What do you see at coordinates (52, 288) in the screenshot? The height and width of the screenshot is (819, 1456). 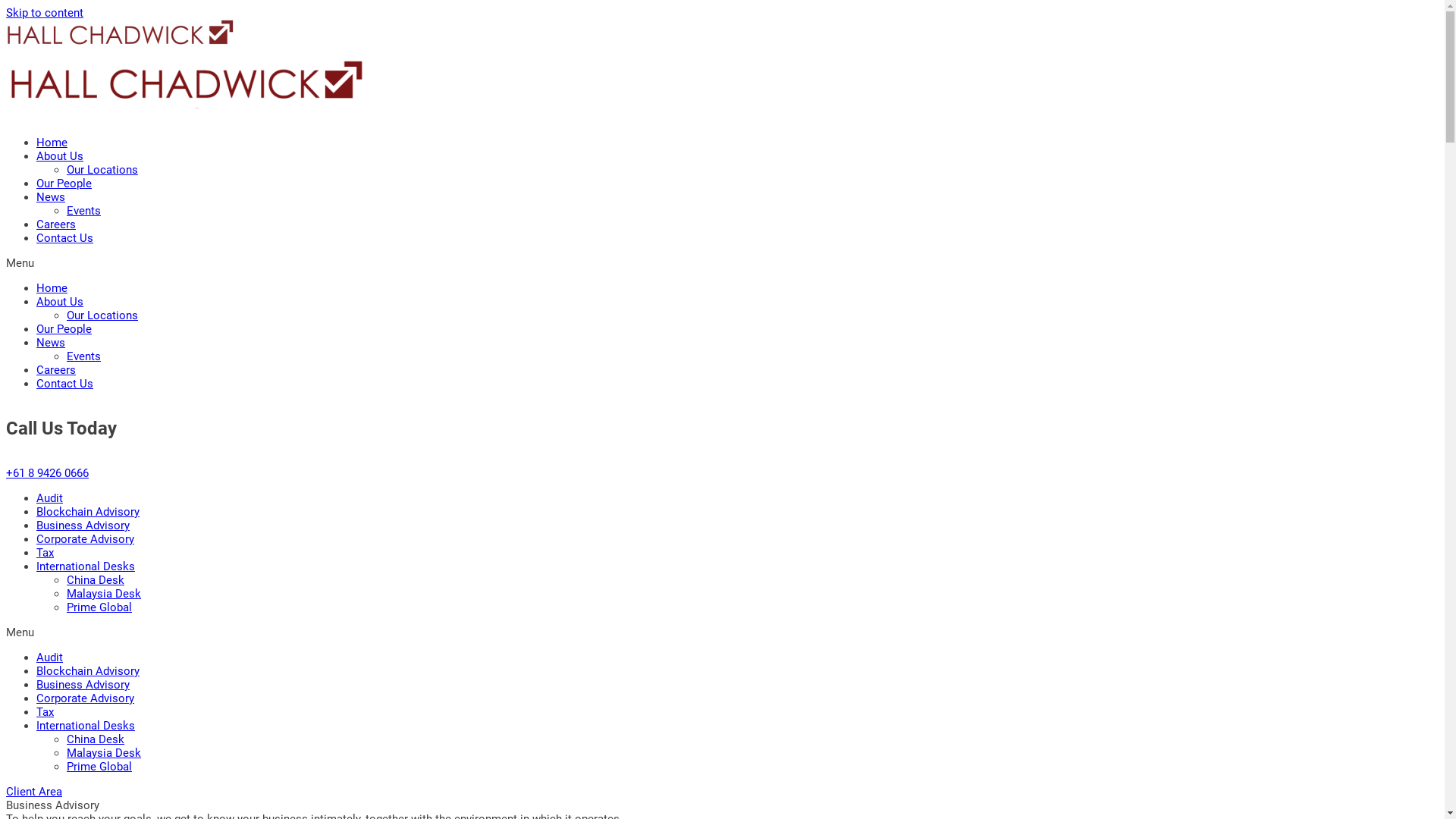 I see `'Home'` at bounding box center [52, 288].